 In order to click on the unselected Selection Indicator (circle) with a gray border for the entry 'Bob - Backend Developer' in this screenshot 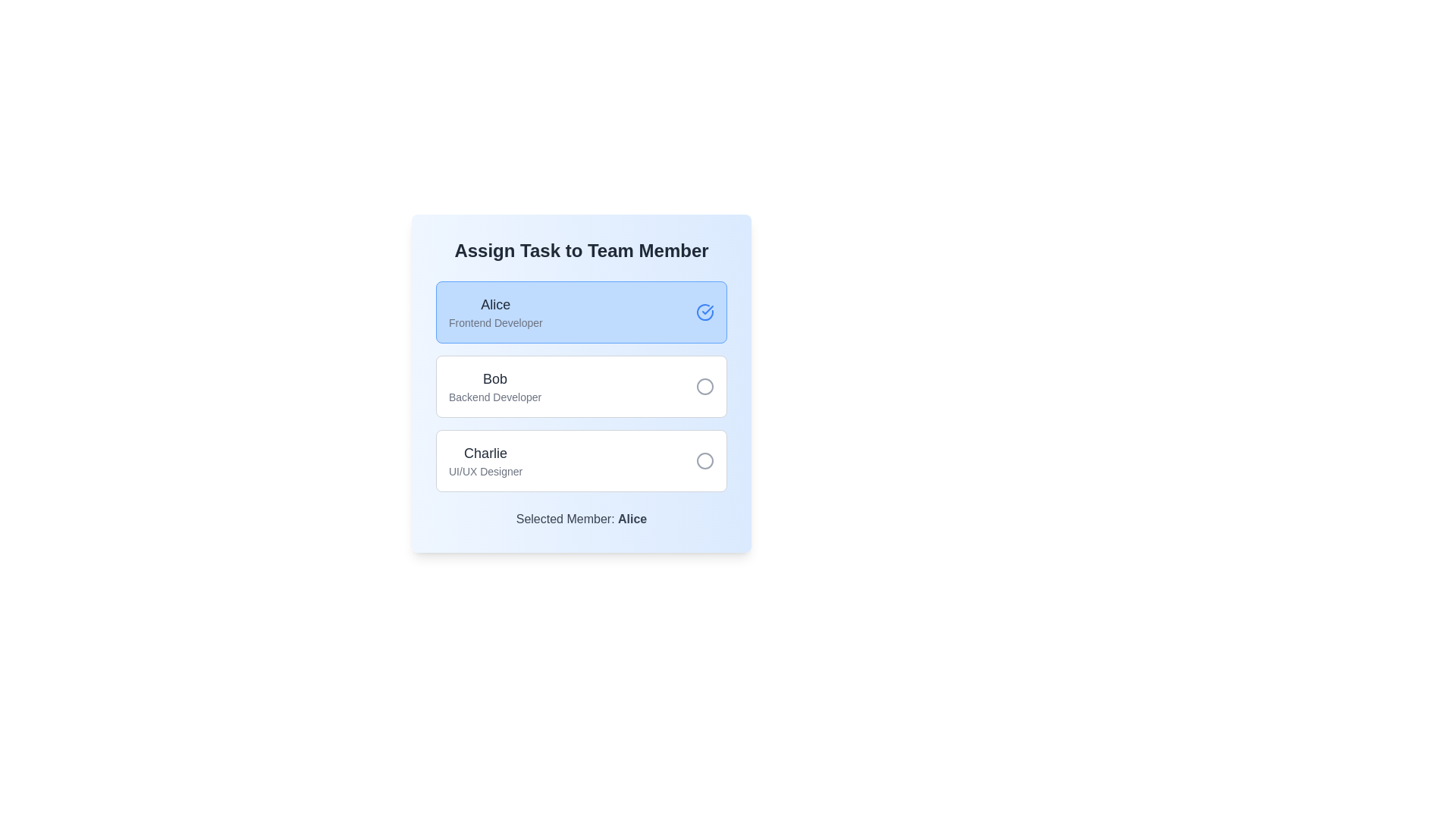, I will do `click(704, 385)`.